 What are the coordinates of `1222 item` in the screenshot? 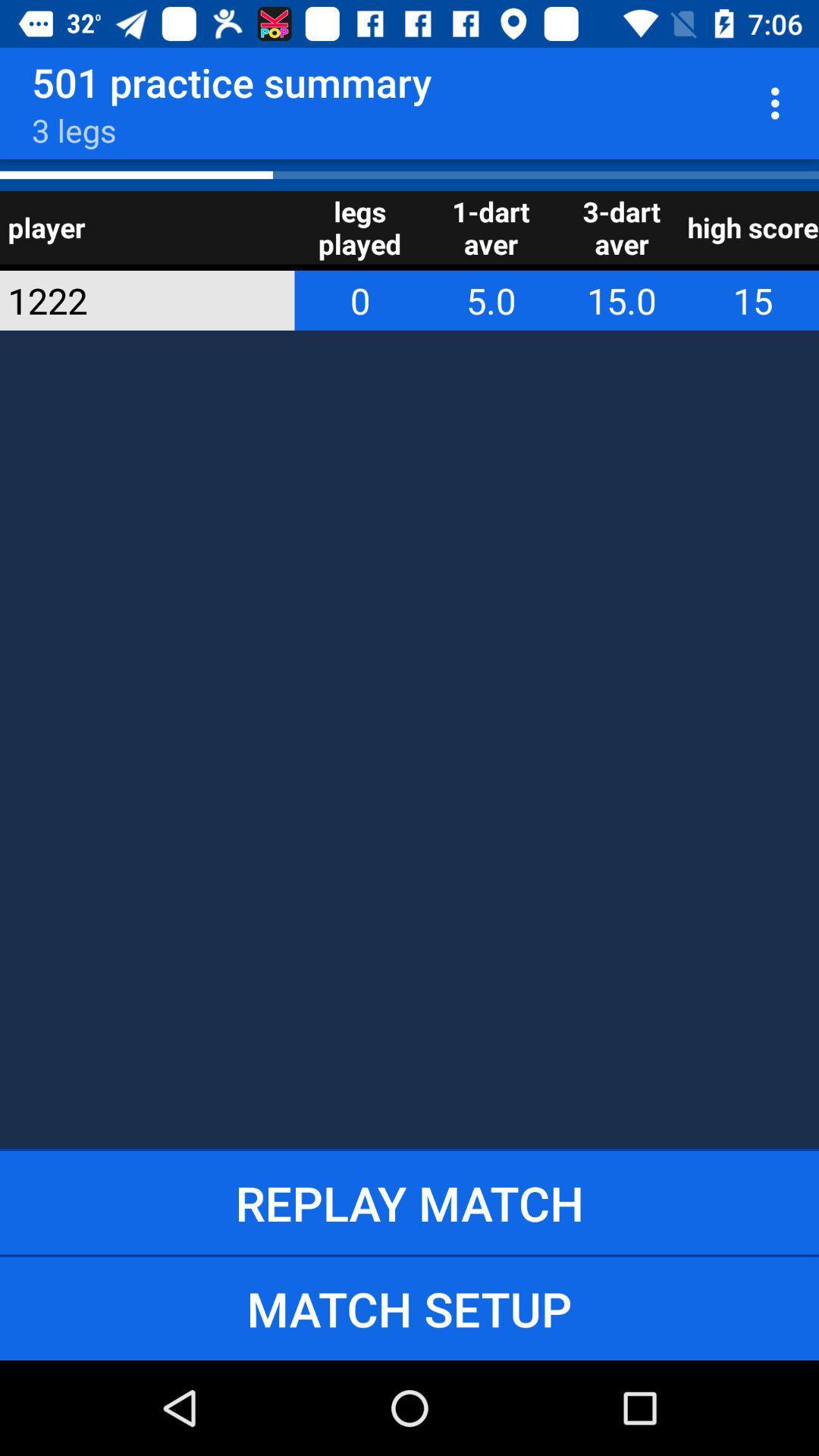 It's located at (126, 300).